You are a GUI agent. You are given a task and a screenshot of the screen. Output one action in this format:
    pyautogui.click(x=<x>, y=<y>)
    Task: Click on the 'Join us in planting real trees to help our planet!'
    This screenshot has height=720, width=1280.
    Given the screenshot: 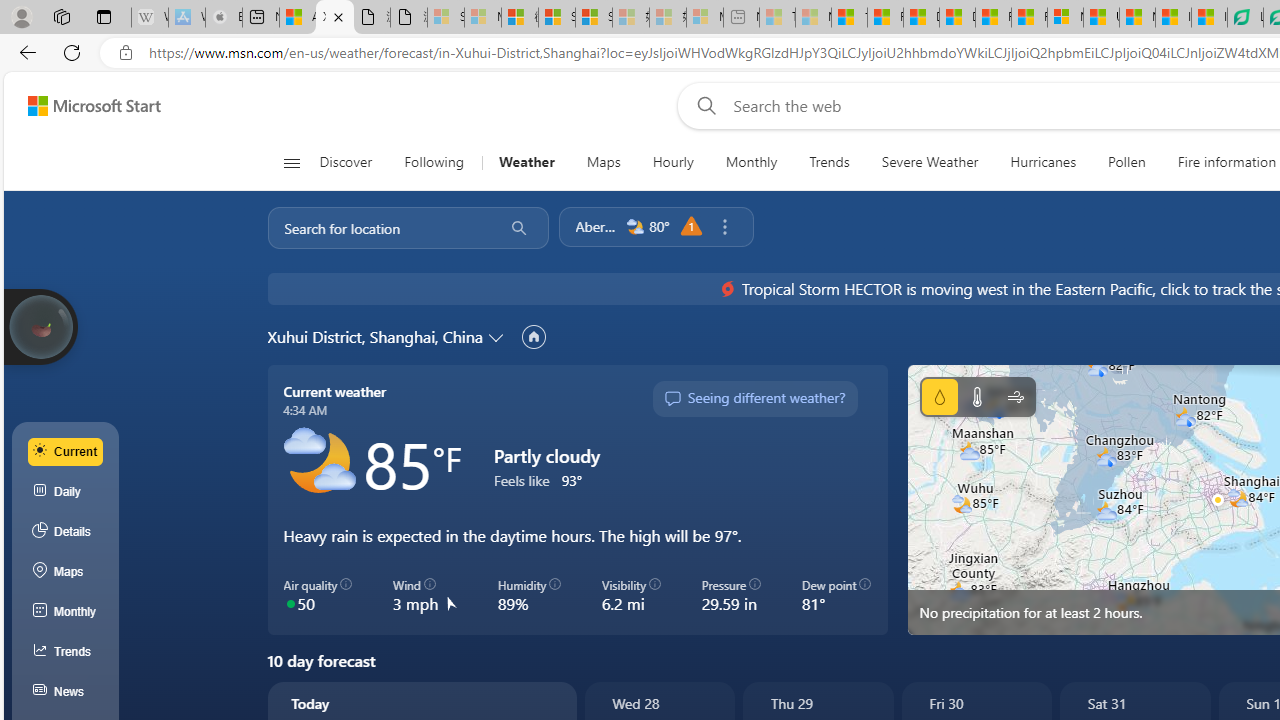 What is the action you would take?
    pyautogui.click(x=40, y=324)
    